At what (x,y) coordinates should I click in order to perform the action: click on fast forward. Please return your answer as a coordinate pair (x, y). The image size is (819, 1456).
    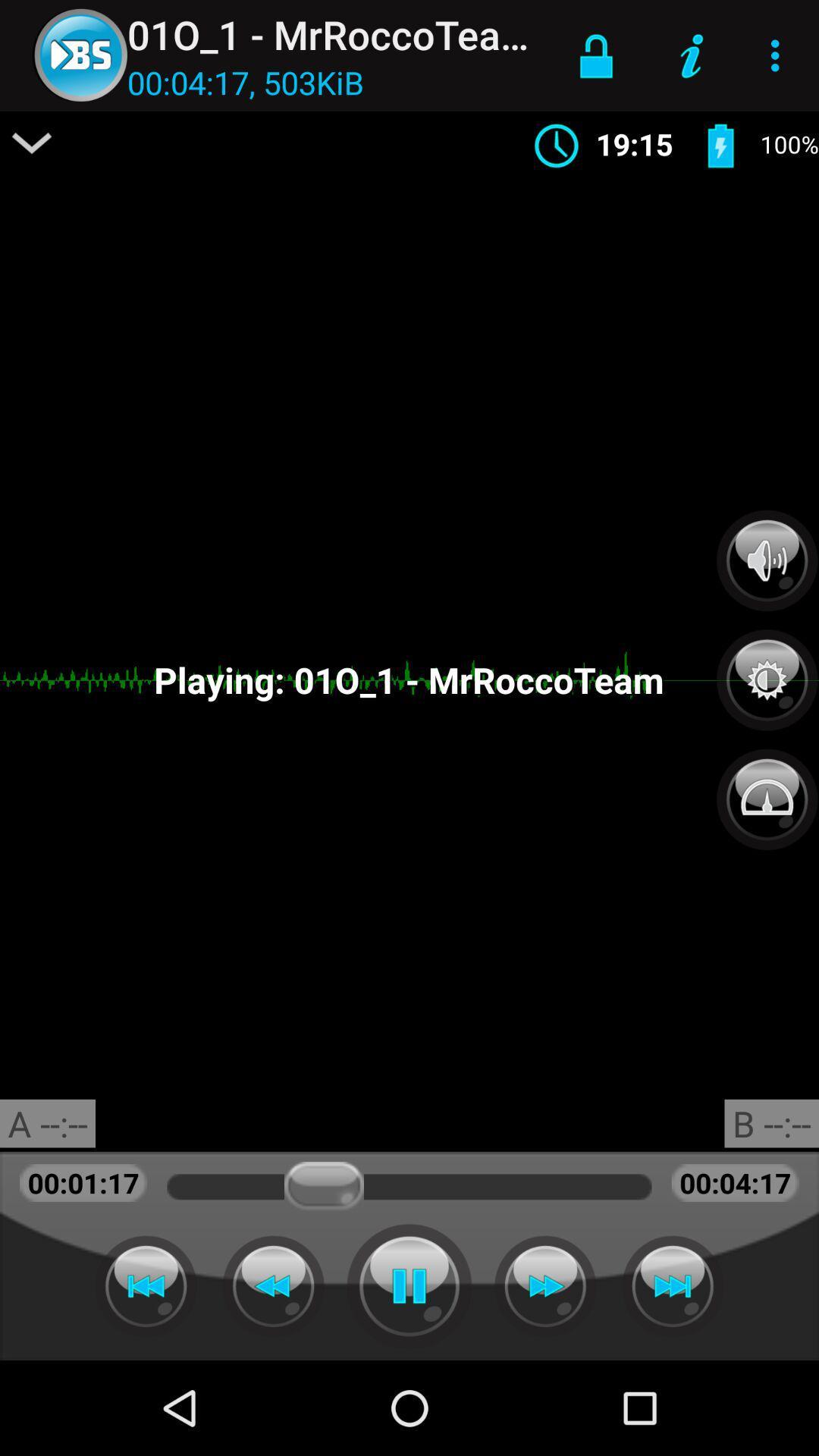
    Looking at the image, I should click on (672, 1285).